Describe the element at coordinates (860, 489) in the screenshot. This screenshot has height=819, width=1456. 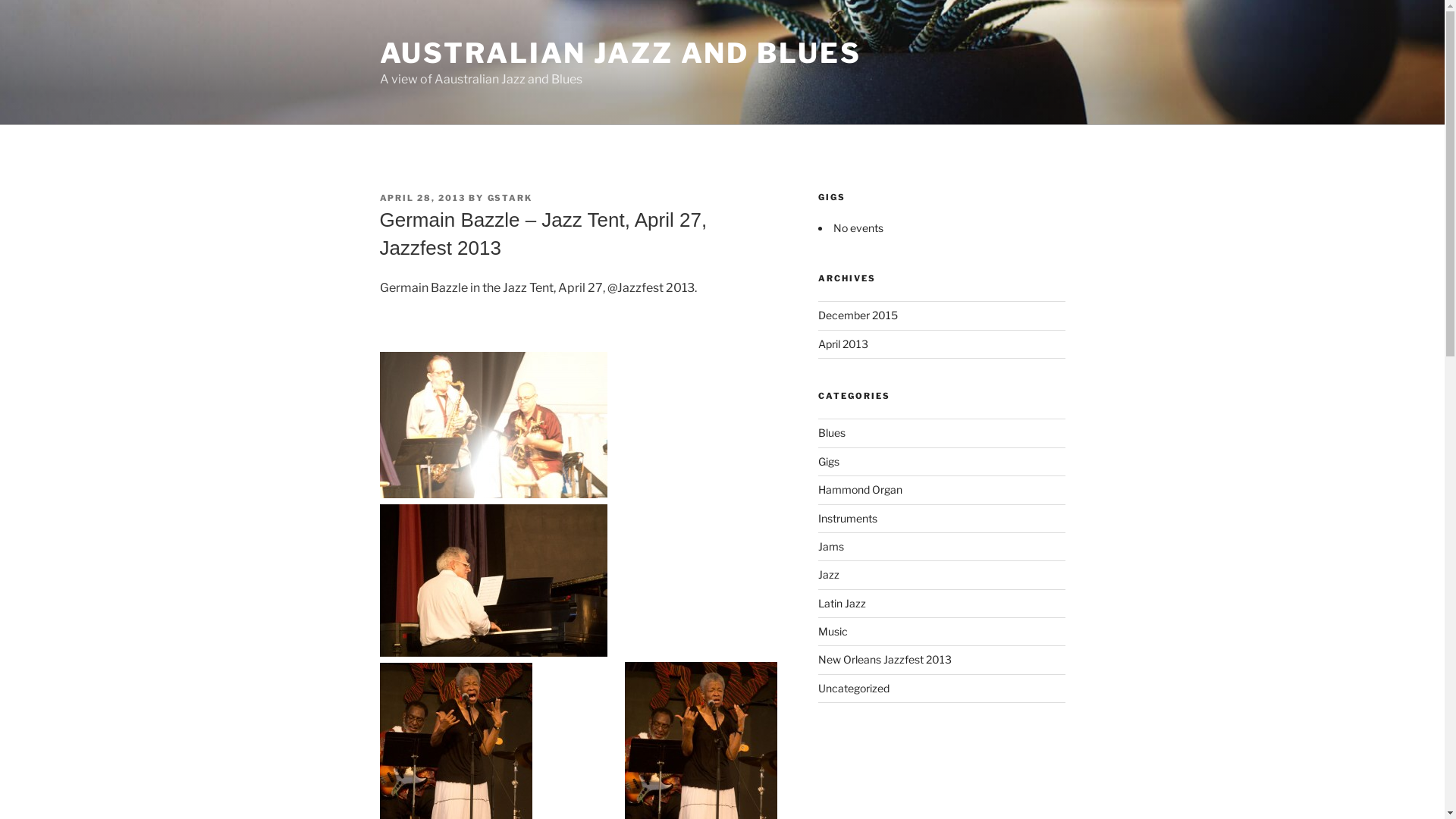
I see `'Hammond Organ'` at that location.